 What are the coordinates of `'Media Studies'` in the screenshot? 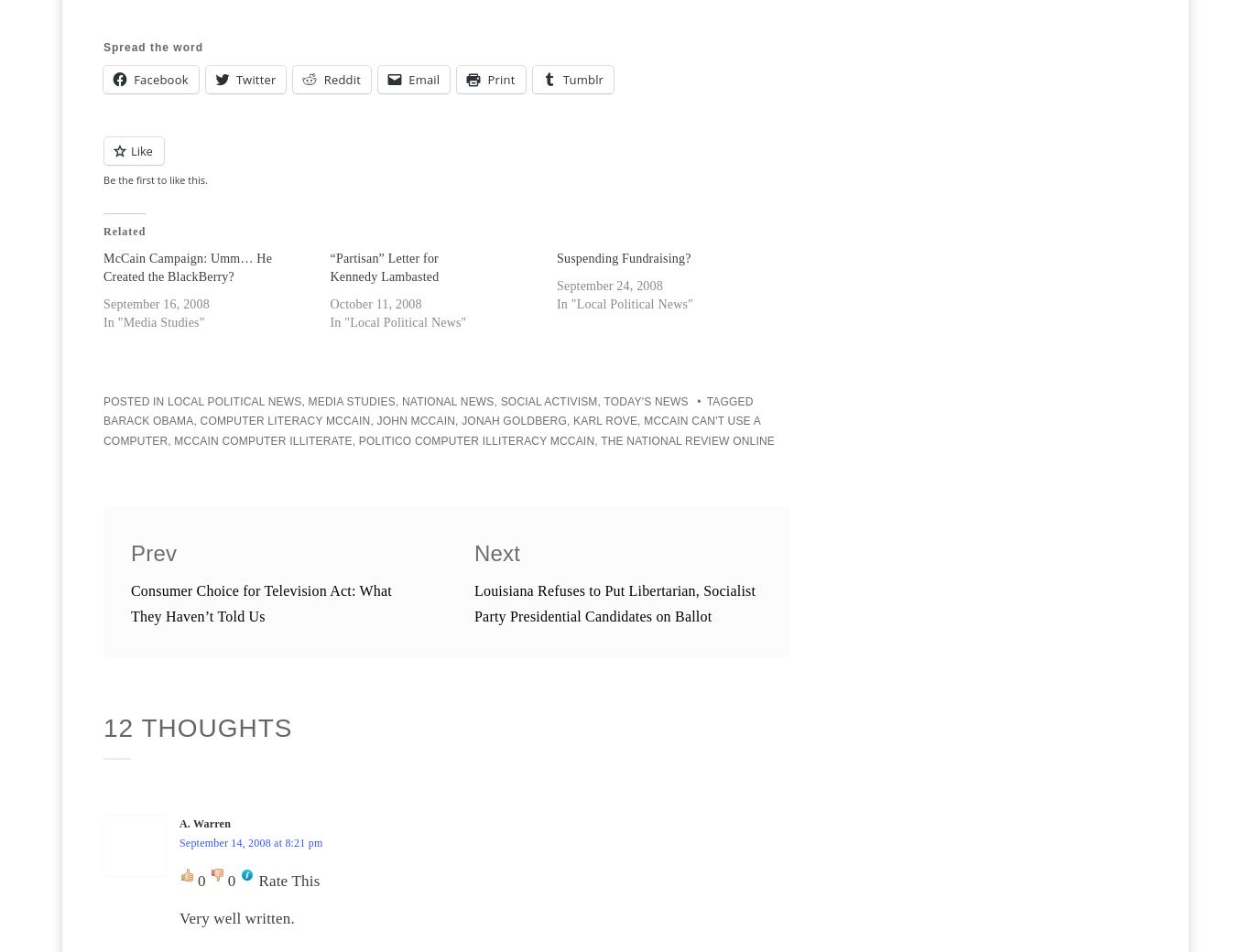 It's located at (308, 401).